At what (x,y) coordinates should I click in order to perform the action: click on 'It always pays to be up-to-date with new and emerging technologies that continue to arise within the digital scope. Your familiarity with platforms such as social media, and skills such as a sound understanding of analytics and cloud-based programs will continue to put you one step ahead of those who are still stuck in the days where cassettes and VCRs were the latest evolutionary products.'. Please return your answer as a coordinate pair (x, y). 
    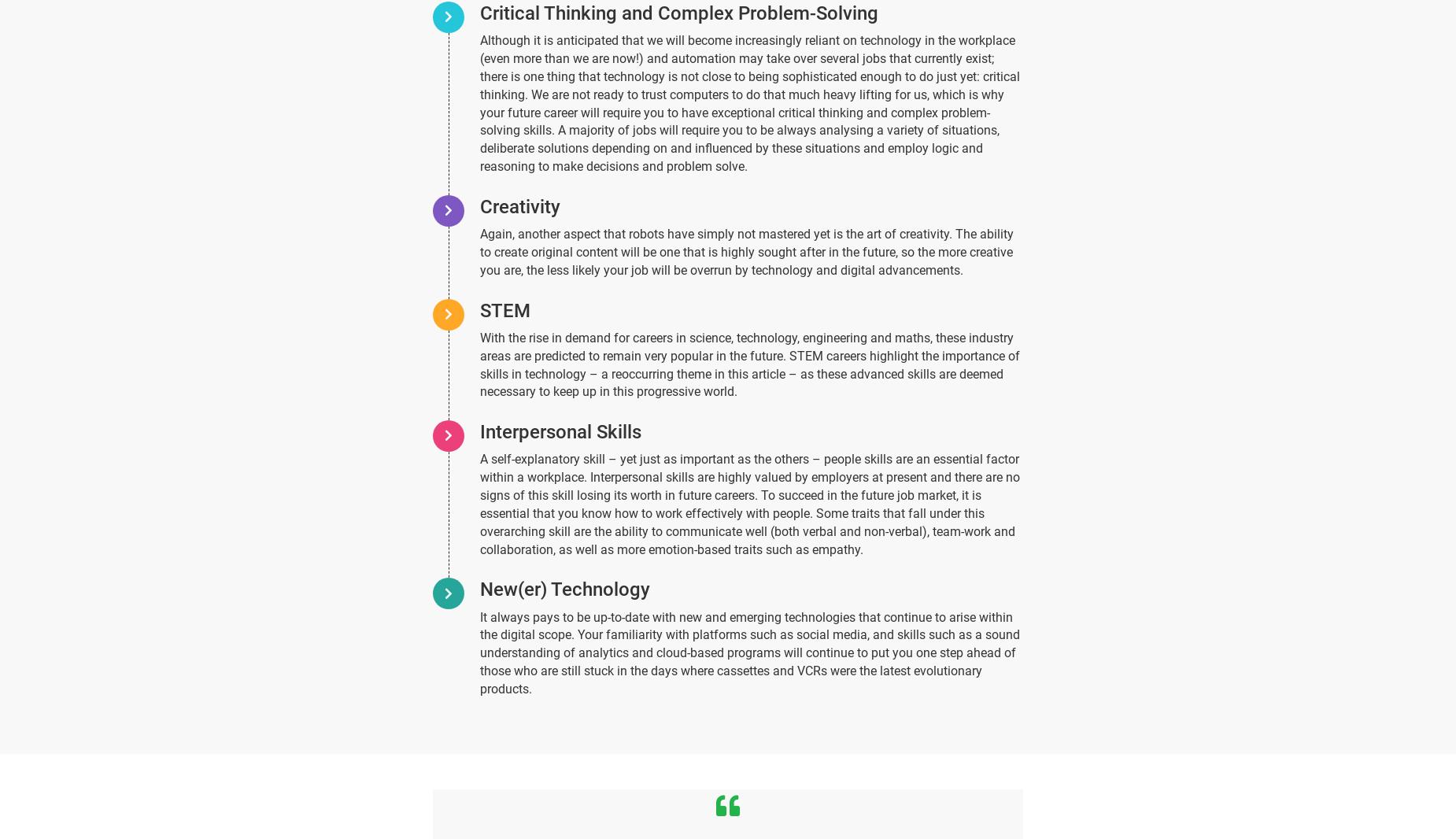
    Looking at the image, I should click on (748, 652).